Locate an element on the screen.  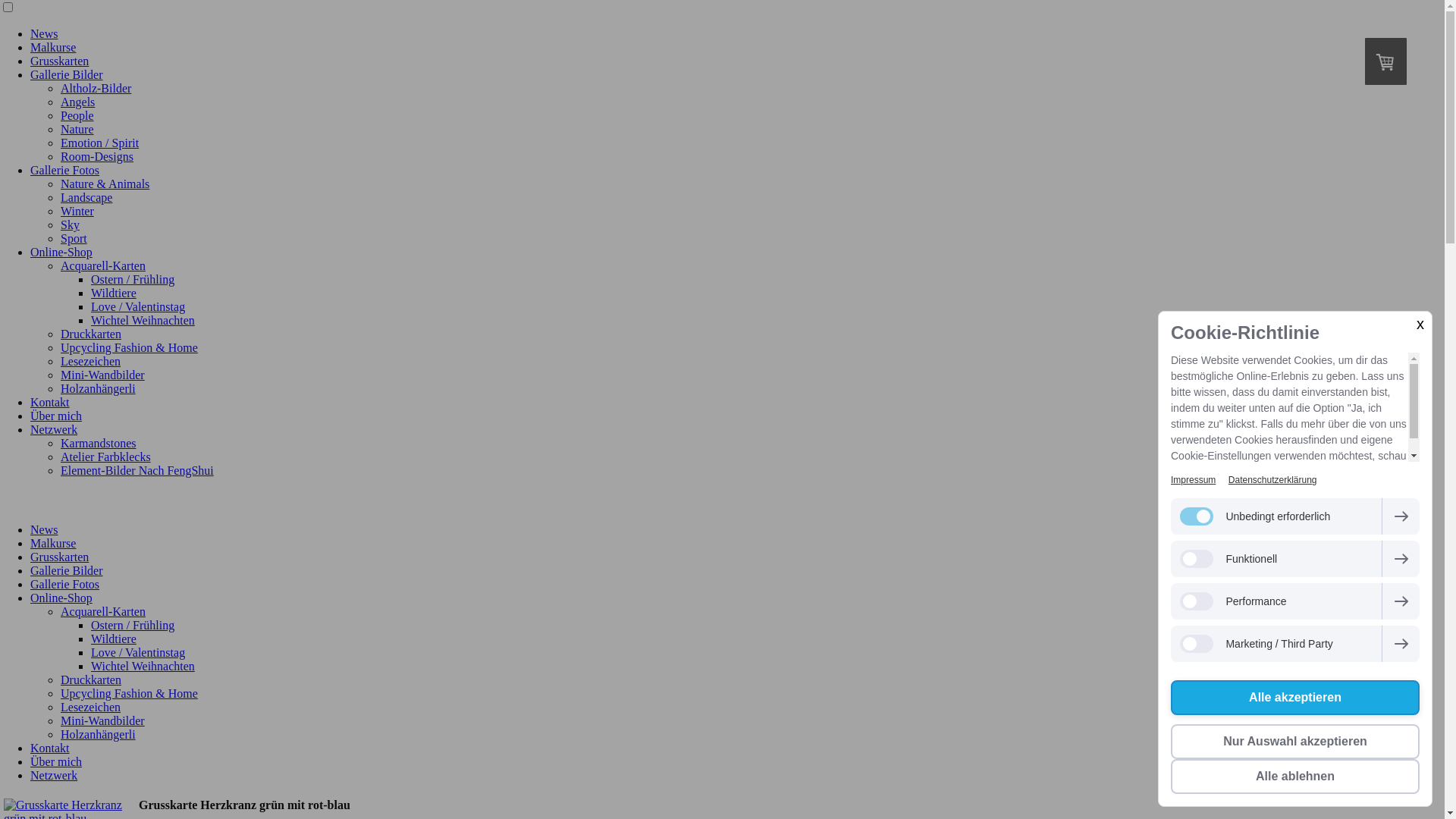
'Malkurse' is located at coordinates (53, 542).